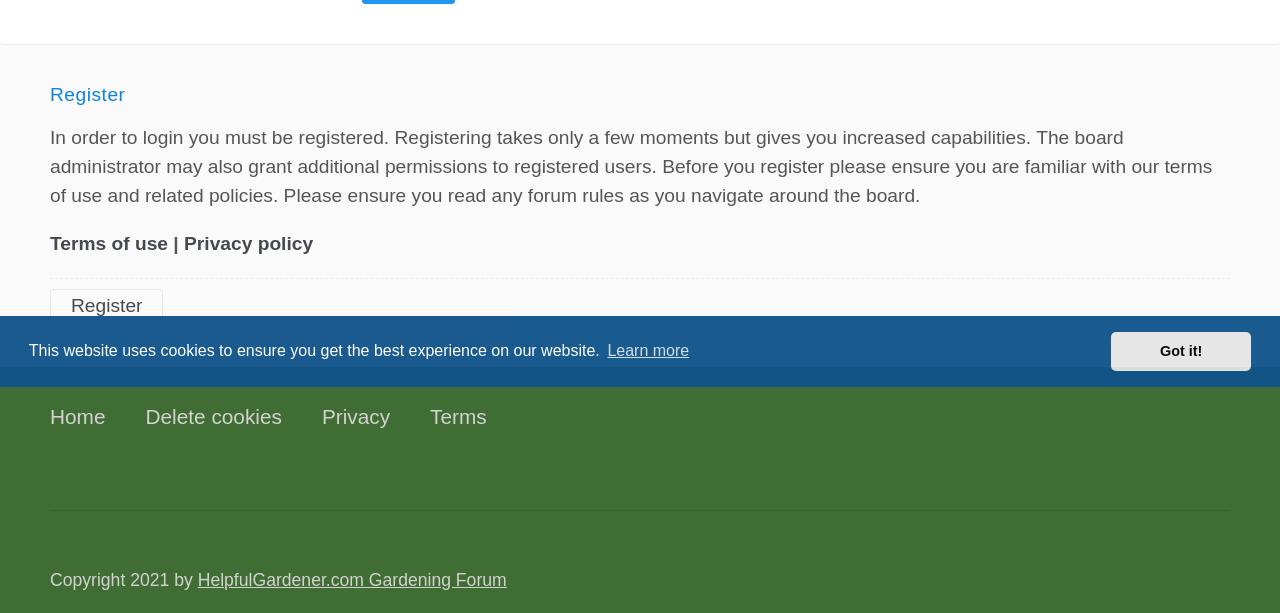 This screenshot has height=613, width=1280. I want to click on 'In order to login you must be registered. Registering takes only a few moments but gives you increased capabilities. The board administrator may also grant additional permissions to registered users. Before you register please ensure you are familiar with our terms of use and related policies. Please ensure you read any forum rules as you navigate around the board.', so click(50, 165).